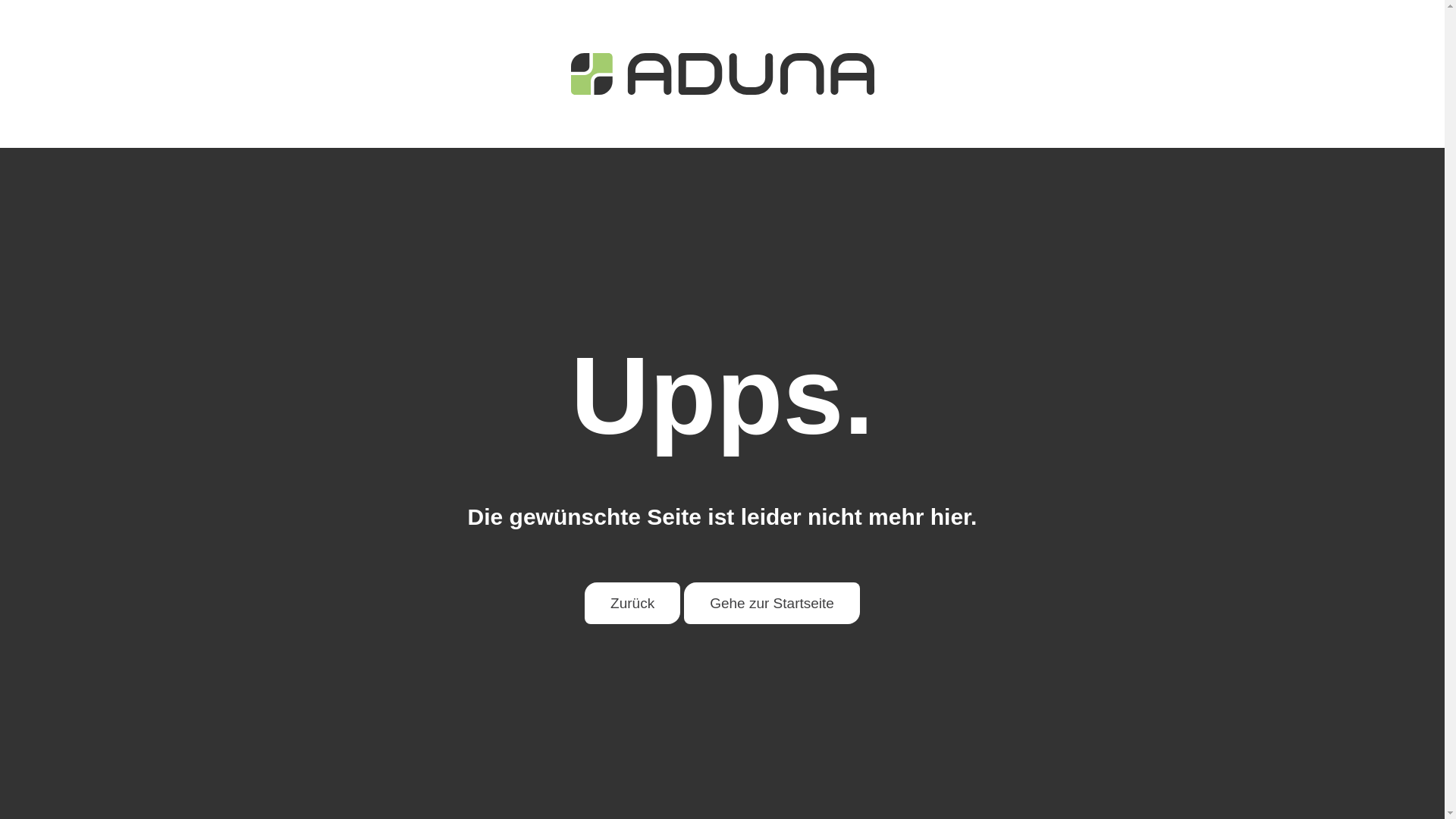 The height and width of the screenshot is (819, 1456). What do you see at coordinates (771, 602) in the screenshot?
I see `'Gehe zur Startseite'` at bounding box center [771, 602].